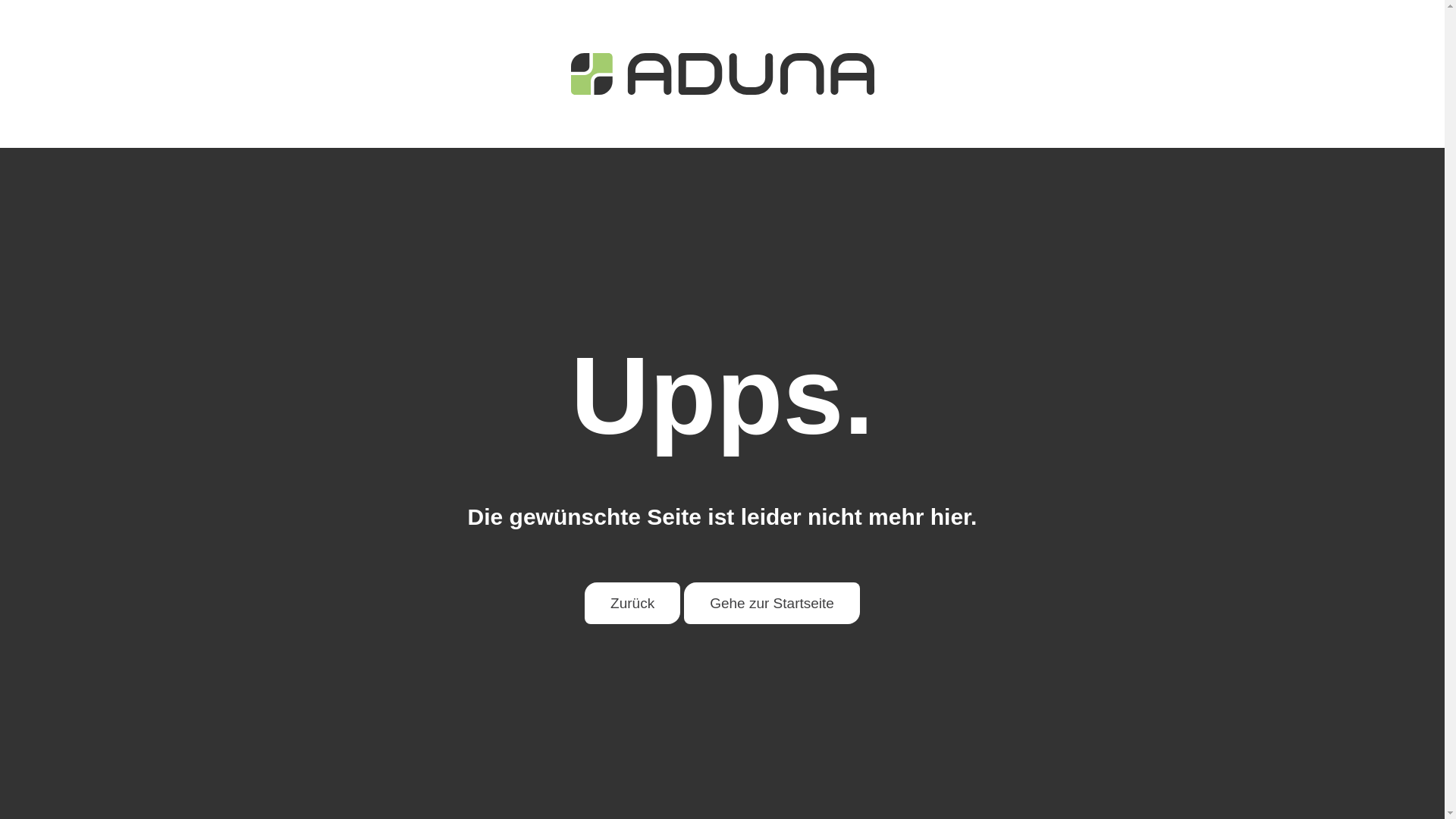 The height and width of the screenshot is (819, 1456). What do you see at coordinates (771, 602) in the screenshot?
I see `'Gehe zur Startseite'` at bounding box center [771, 602].